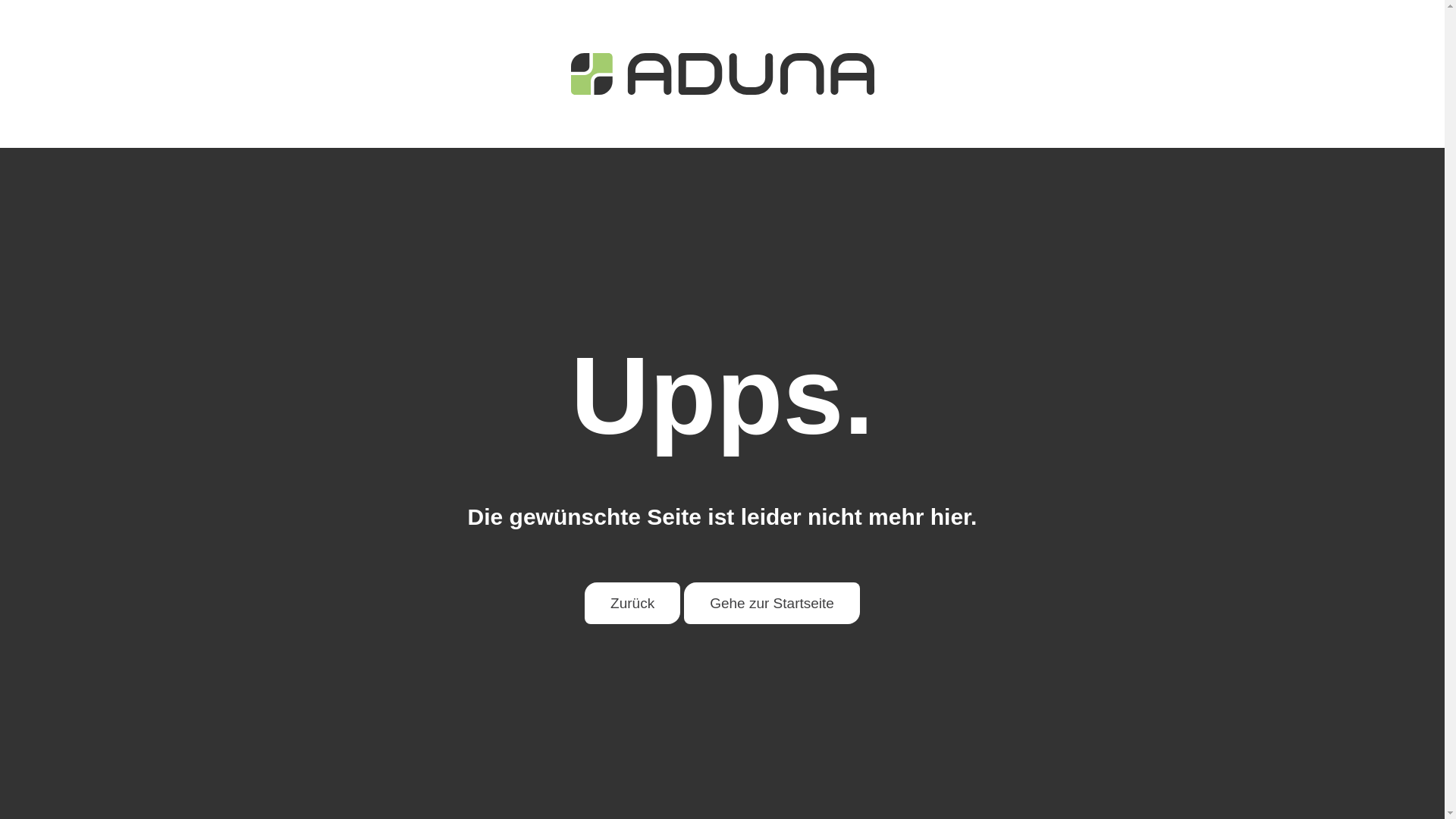 The height and width of the screenshot is (819, 1456). What do you see at coordinates (771, 602) in the screenshot?
I see `'Gehe zur Startseite'` at bounding box center [771, 602].